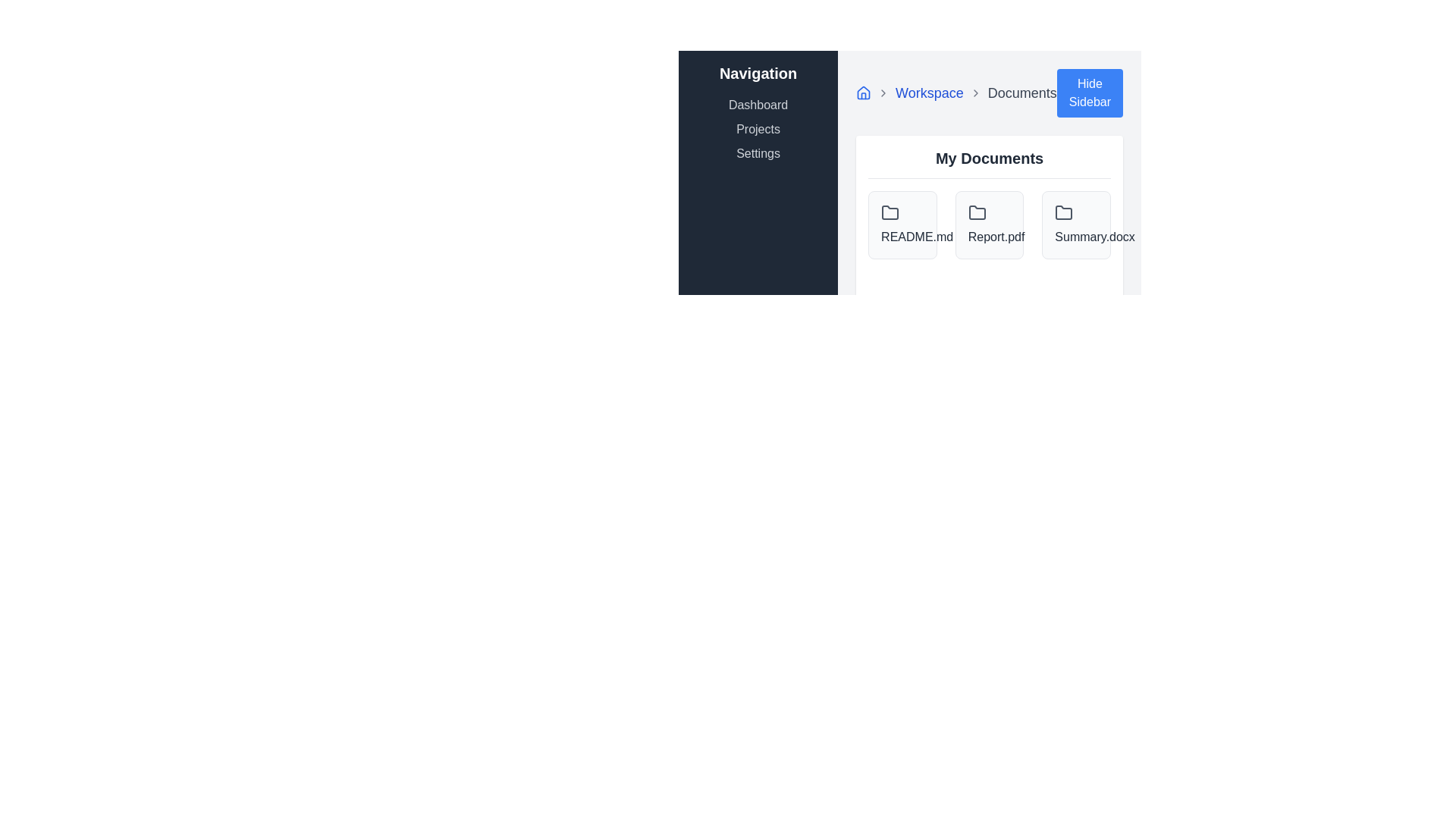  What do you see at coordinates (990, 237) in the screenshot?
I see `the text label indicating the name of a file or folder located in the center of the second card under the 'My Documents' section` at bounding box center [990, 237].